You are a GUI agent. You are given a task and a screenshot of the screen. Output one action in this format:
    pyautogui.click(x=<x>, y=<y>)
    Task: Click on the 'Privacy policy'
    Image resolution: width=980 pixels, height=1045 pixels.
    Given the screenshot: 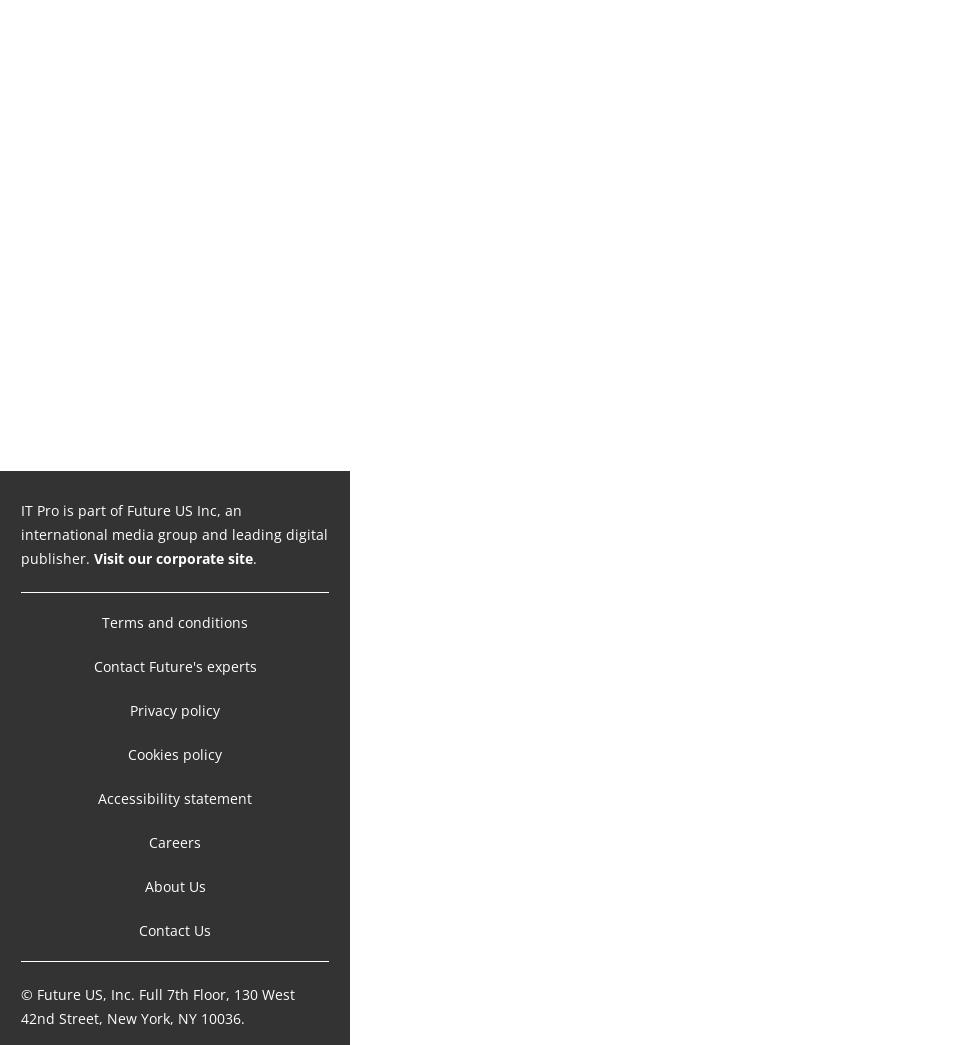 What is the action you would take?
    pyautogui.click(x=175, y=689)
    